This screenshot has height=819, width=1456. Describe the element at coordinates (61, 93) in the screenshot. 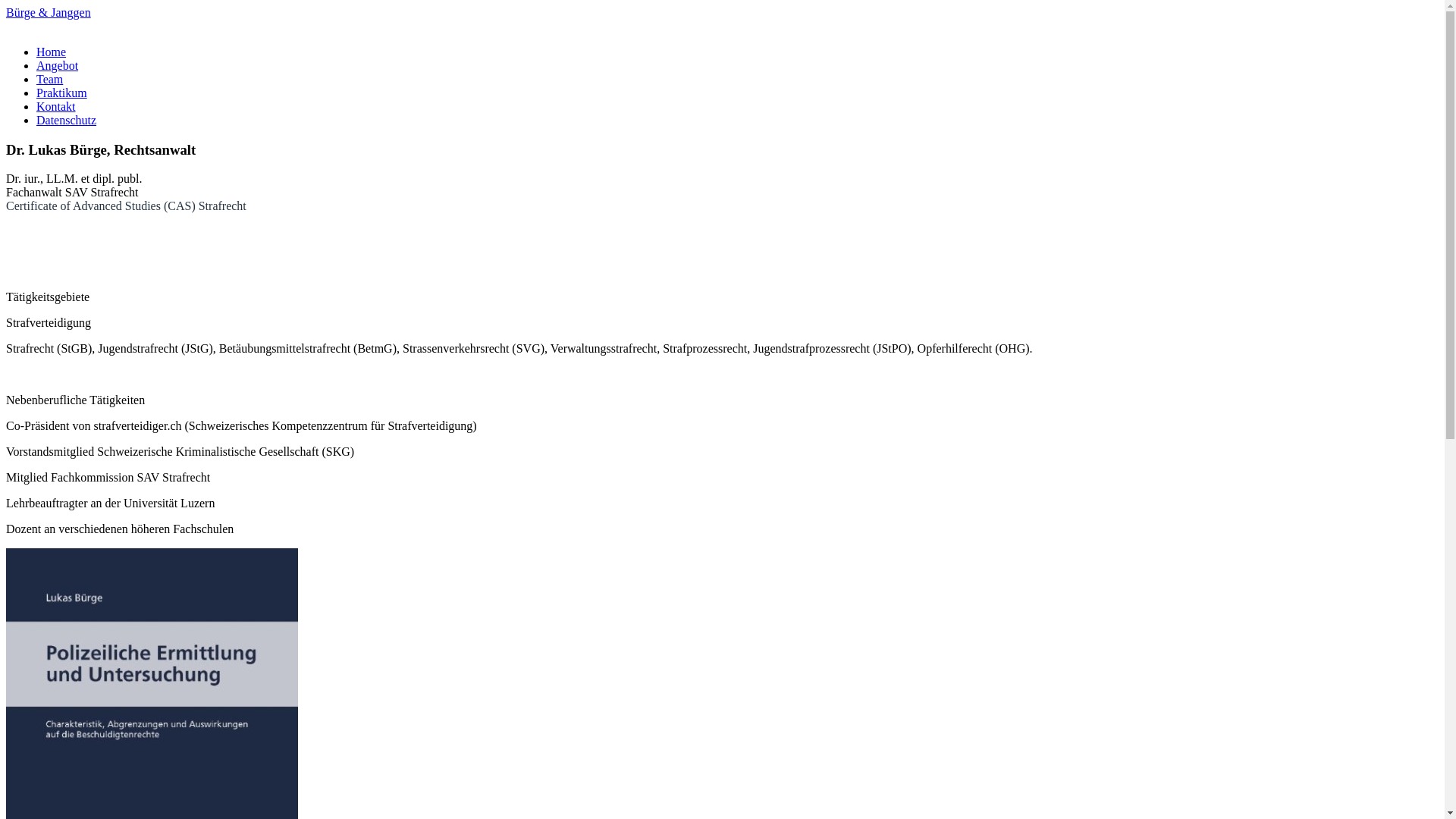

I see `'Praktikum'` at that location.